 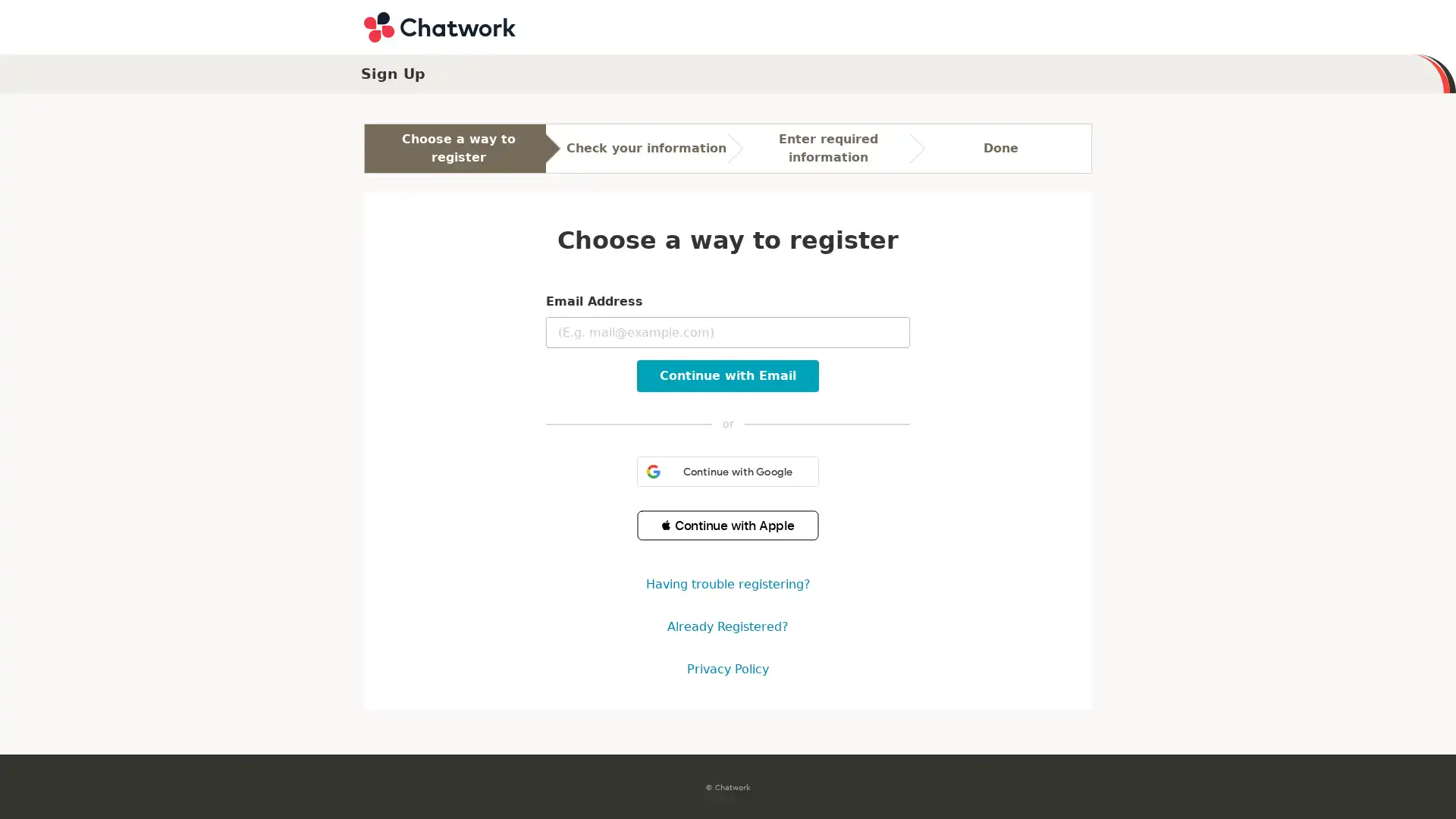 I want to click on Continue with Email, so click(x=728, y=375).